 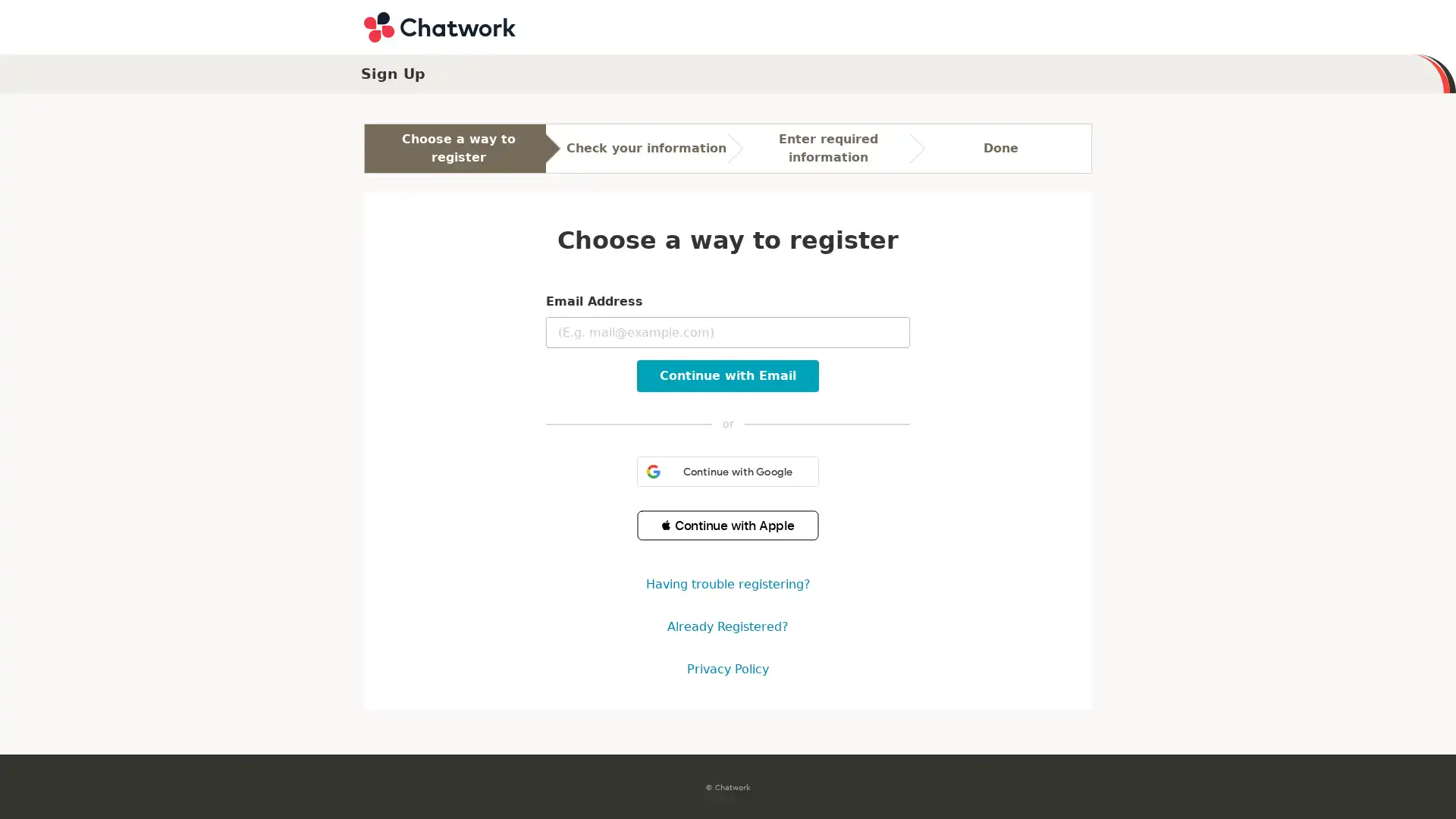 I want to click on Continue with Email, so click(x=728, y=375).